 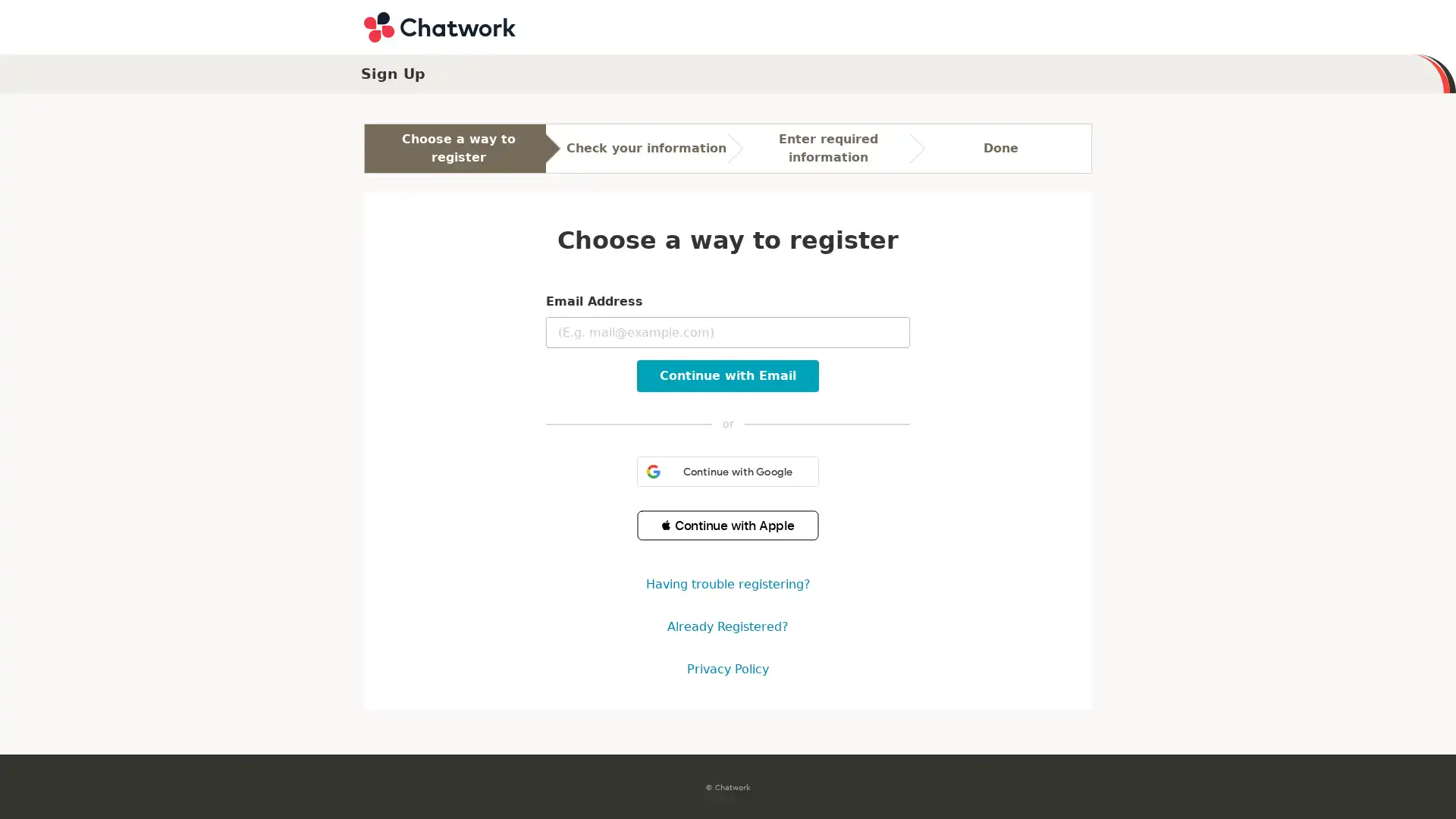 I want to click on Continue with Email, so click(x=728, y=375).